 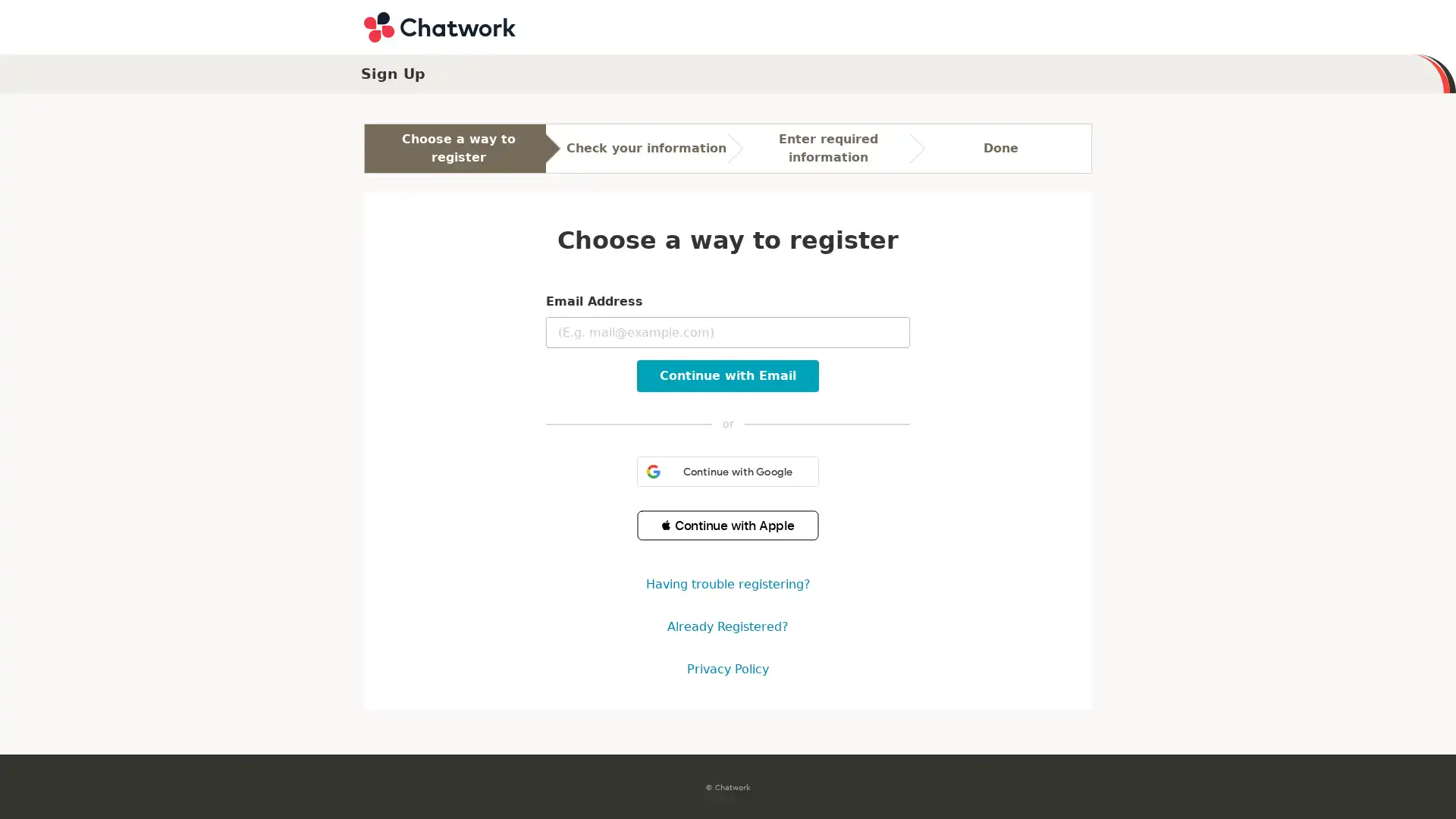 I want to click on Continue with Email, so click(x=728, y=375).